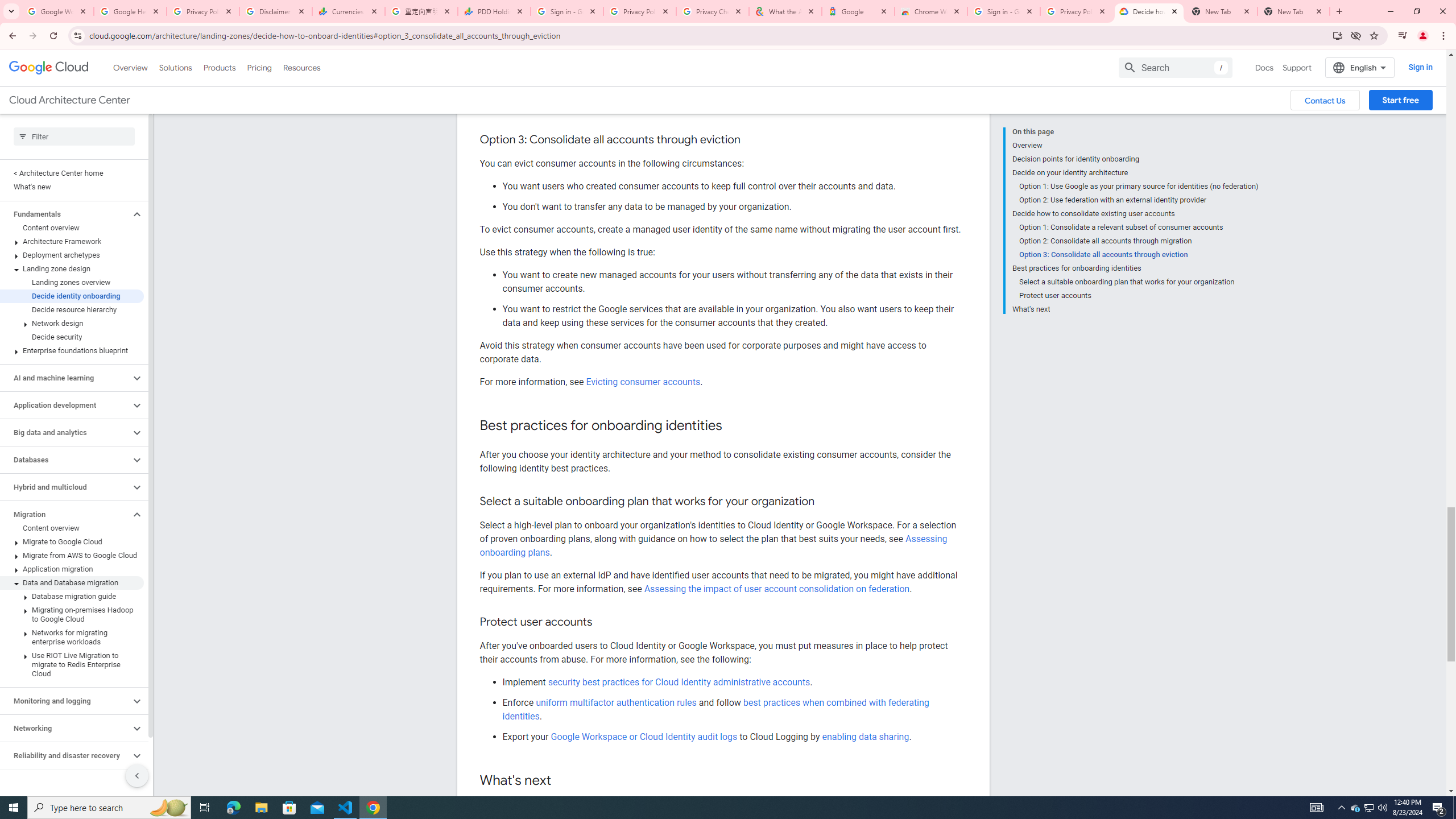  I want to click on 'Hybrid and multicloud', so click(64, 486).